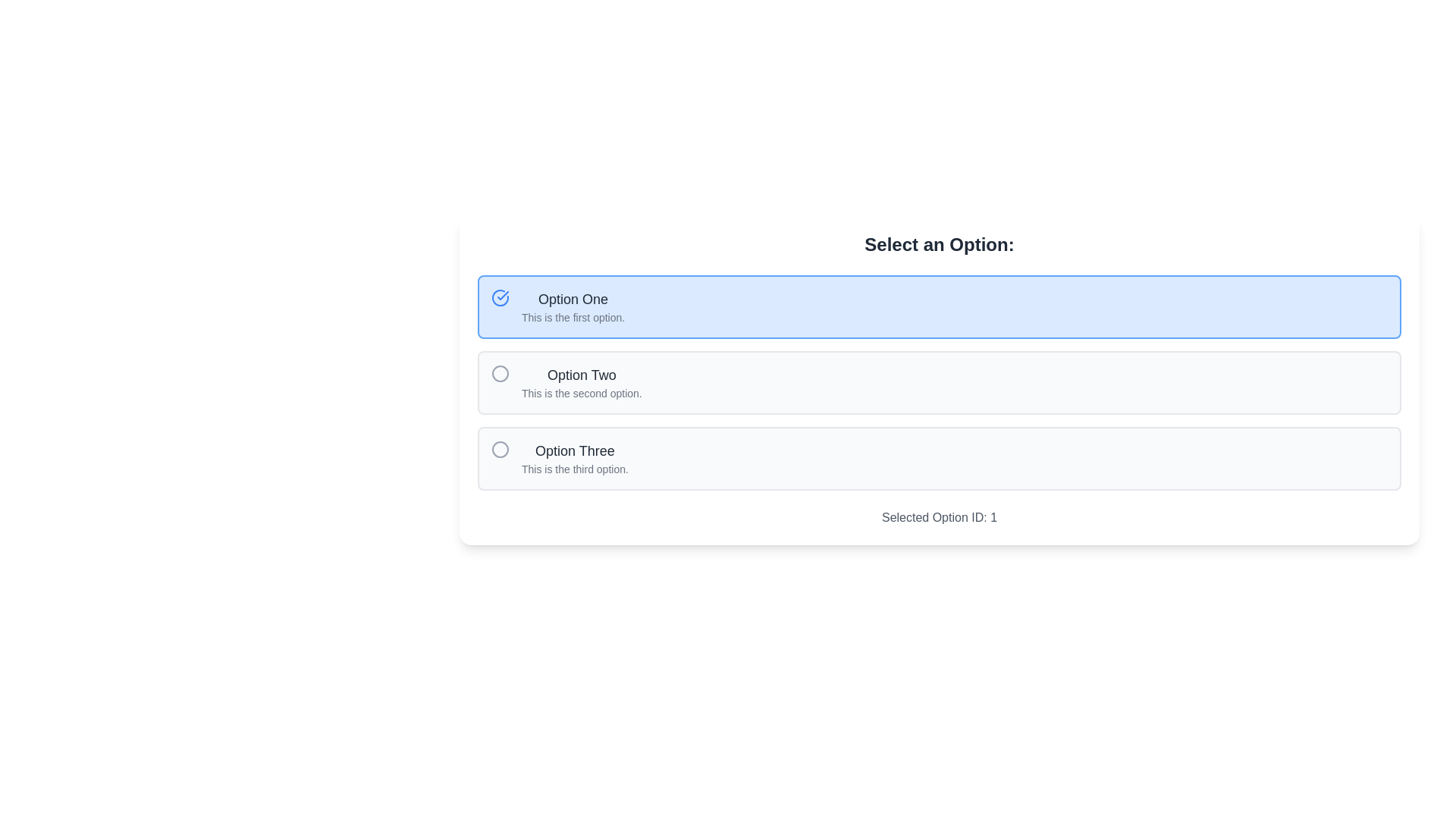 The image size is (1456, 819). What do you see at coordinates (581, 393) in the screenshot?
I see `the text label reading 'This is the second option.' which is located beneath 'Option Two'` at bounding box center [581, 393].